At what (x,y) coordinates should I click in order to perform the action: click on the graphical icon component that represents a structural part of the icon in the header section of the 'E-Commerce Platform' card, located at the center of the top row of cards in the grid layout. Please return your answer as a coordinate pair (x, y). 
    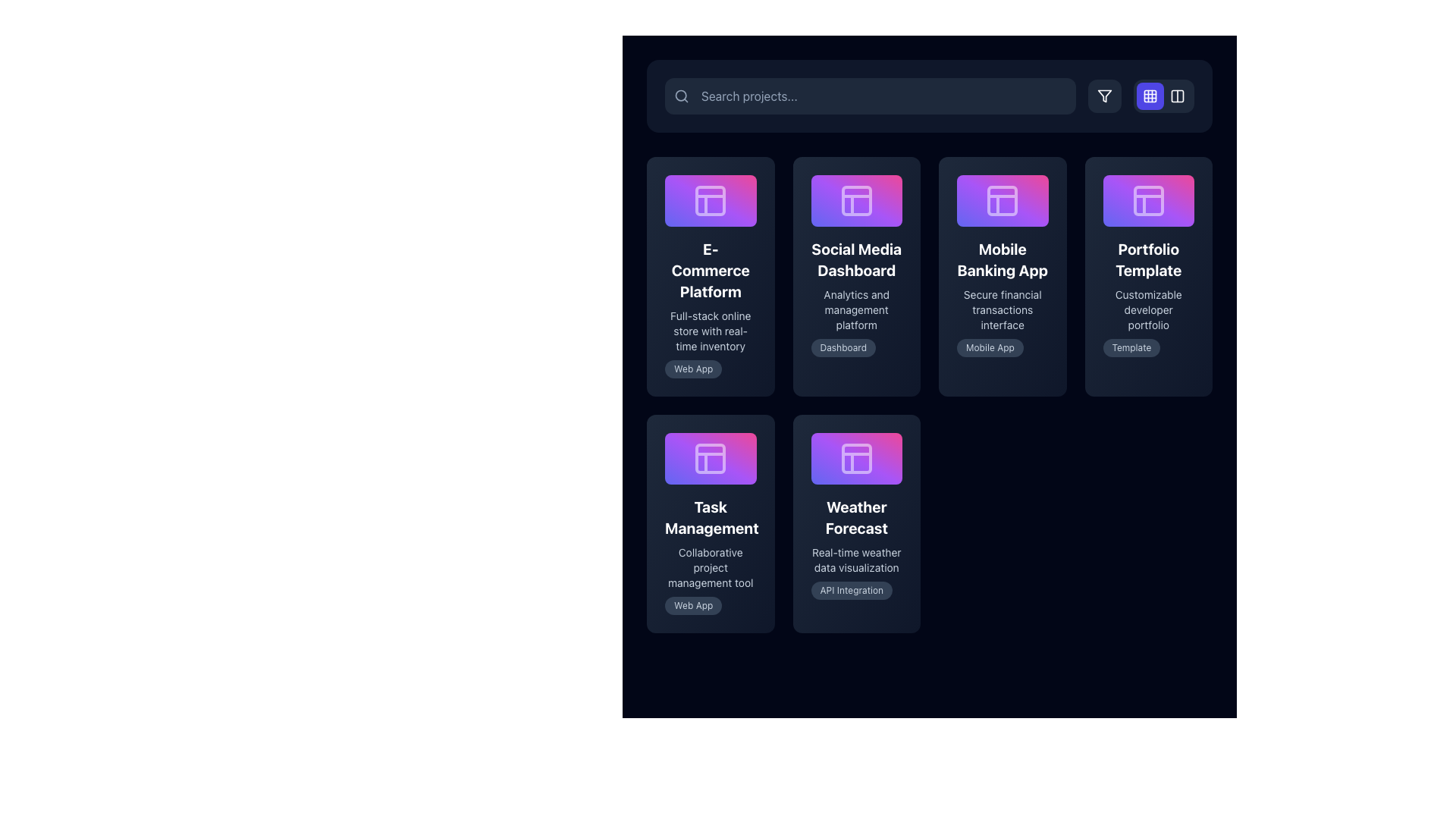
    Looking at the image, I should click on (710, 199).